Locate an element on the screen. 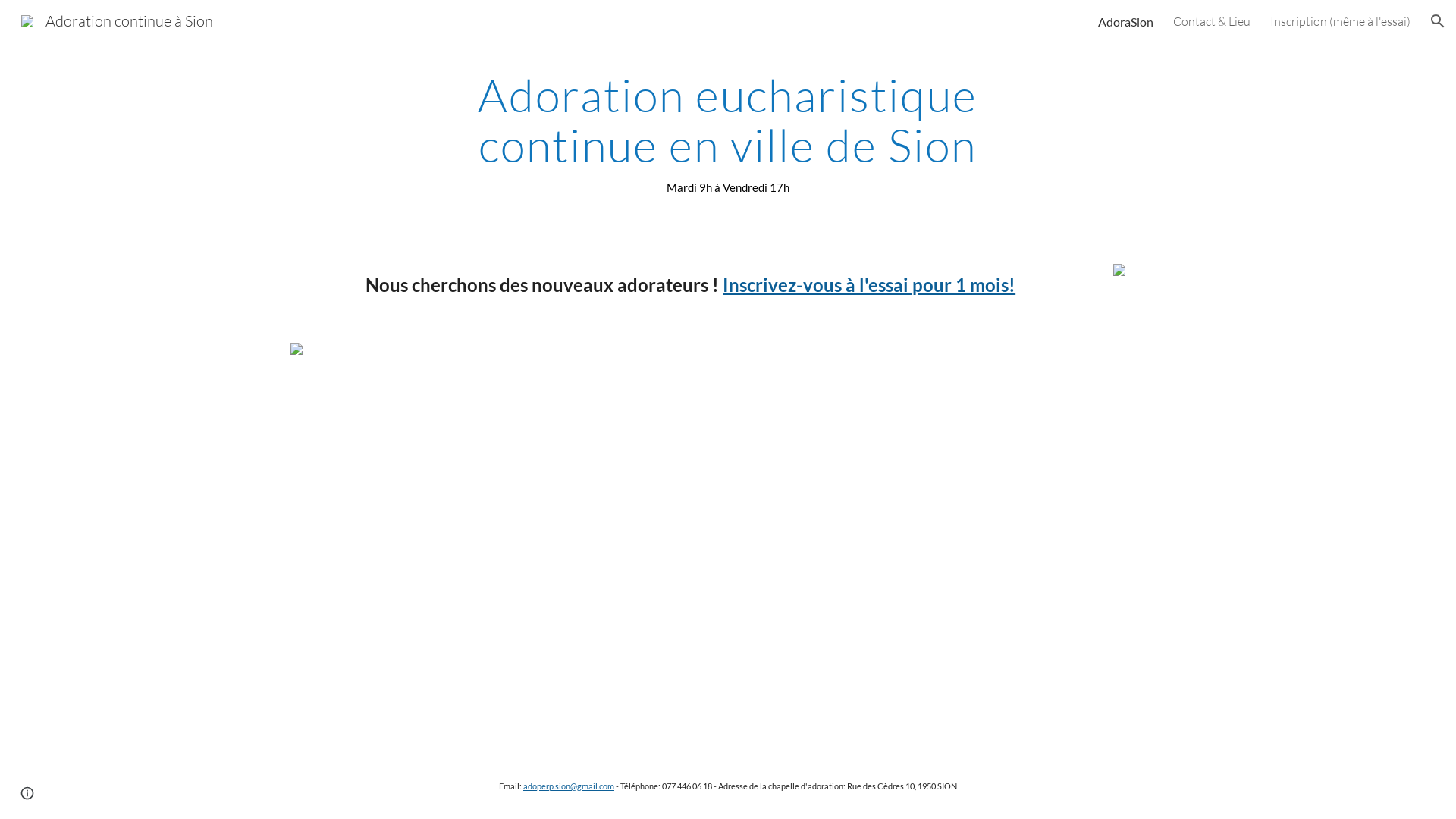 This screenshot has height=819, width=1456. 'Contact & Lieu' is located at coordinates (1172, 20).